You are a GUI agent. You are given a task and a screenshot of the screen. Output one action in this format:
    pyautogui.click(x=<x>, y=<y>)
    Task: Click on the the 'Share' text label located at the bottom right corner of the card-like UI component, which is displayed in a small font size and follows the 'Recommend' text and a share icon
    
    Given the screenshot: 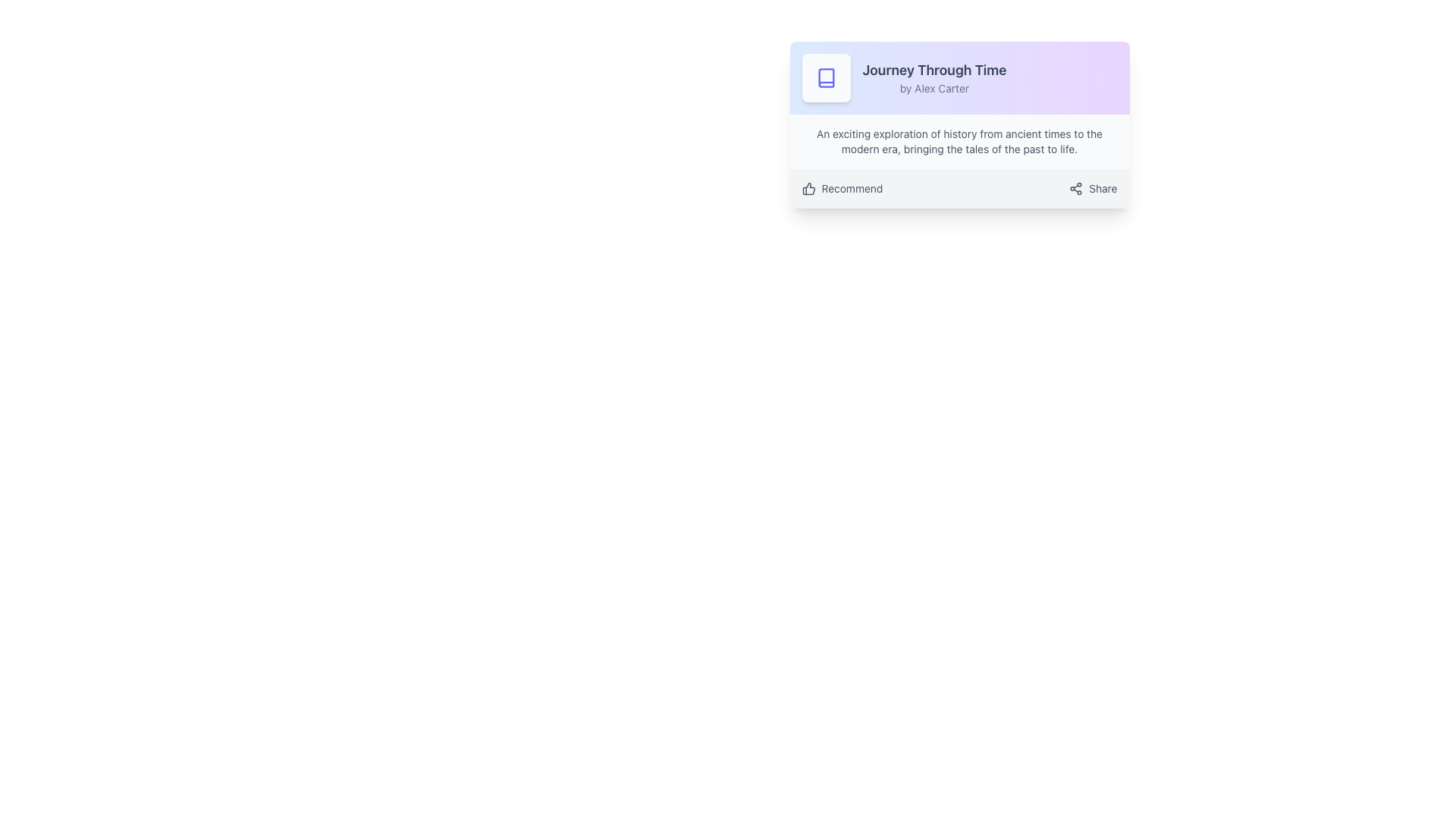 What is the action you would take?
    pyautogui.click(x=1103, y=188)
    